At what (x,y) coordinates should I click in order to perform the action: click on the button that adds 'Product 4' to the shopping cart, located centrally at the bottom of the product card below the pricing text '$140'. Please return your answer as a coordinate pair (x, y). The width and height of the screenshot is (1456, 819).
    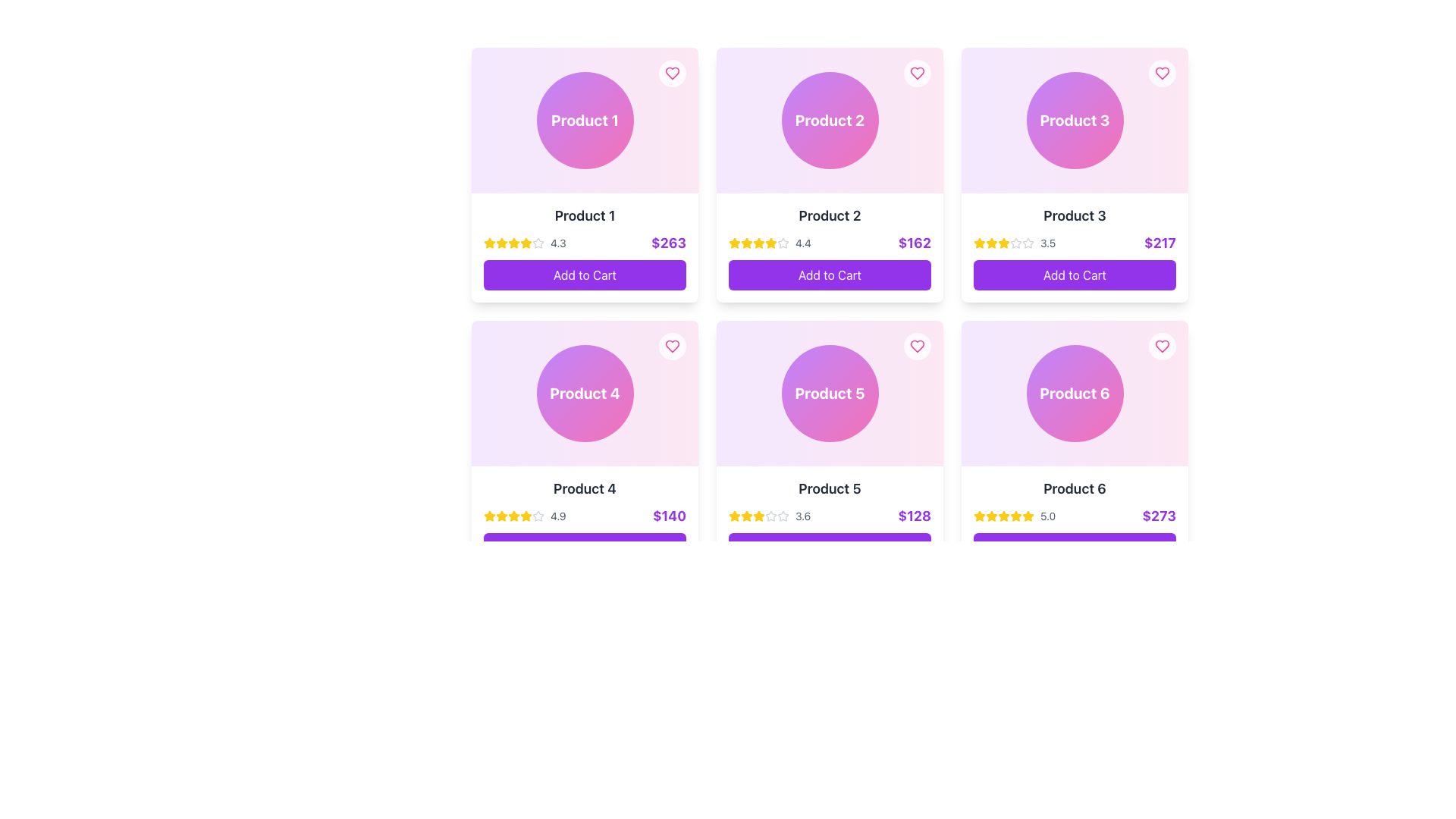
    Looking at the image, I should click on (584, 548).